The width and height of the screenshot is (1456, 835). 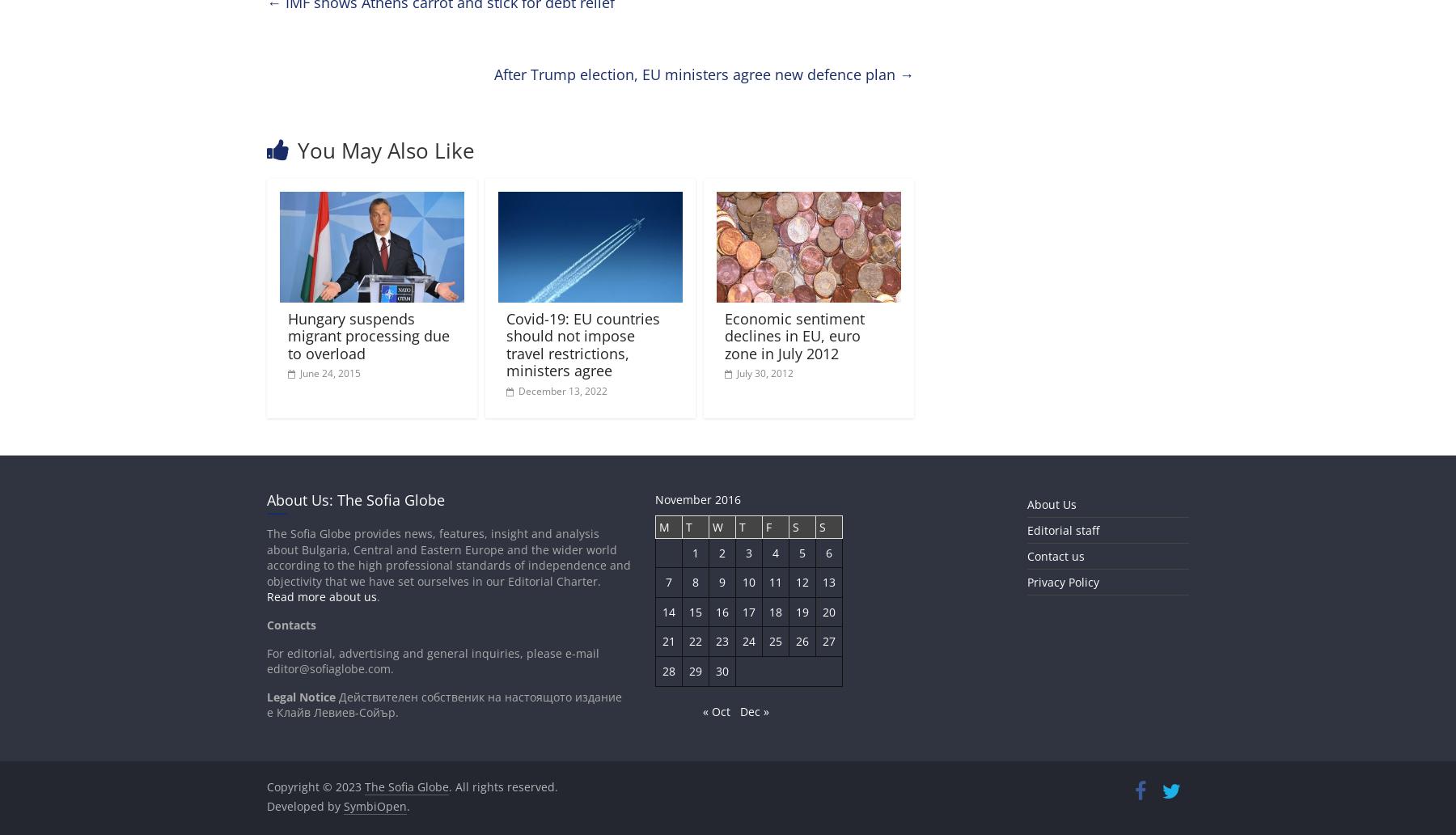 I want to click on 'Действителен собственик на настоящото издание е Клайв Левиев-Сойър.', so click(x=443, y=704).